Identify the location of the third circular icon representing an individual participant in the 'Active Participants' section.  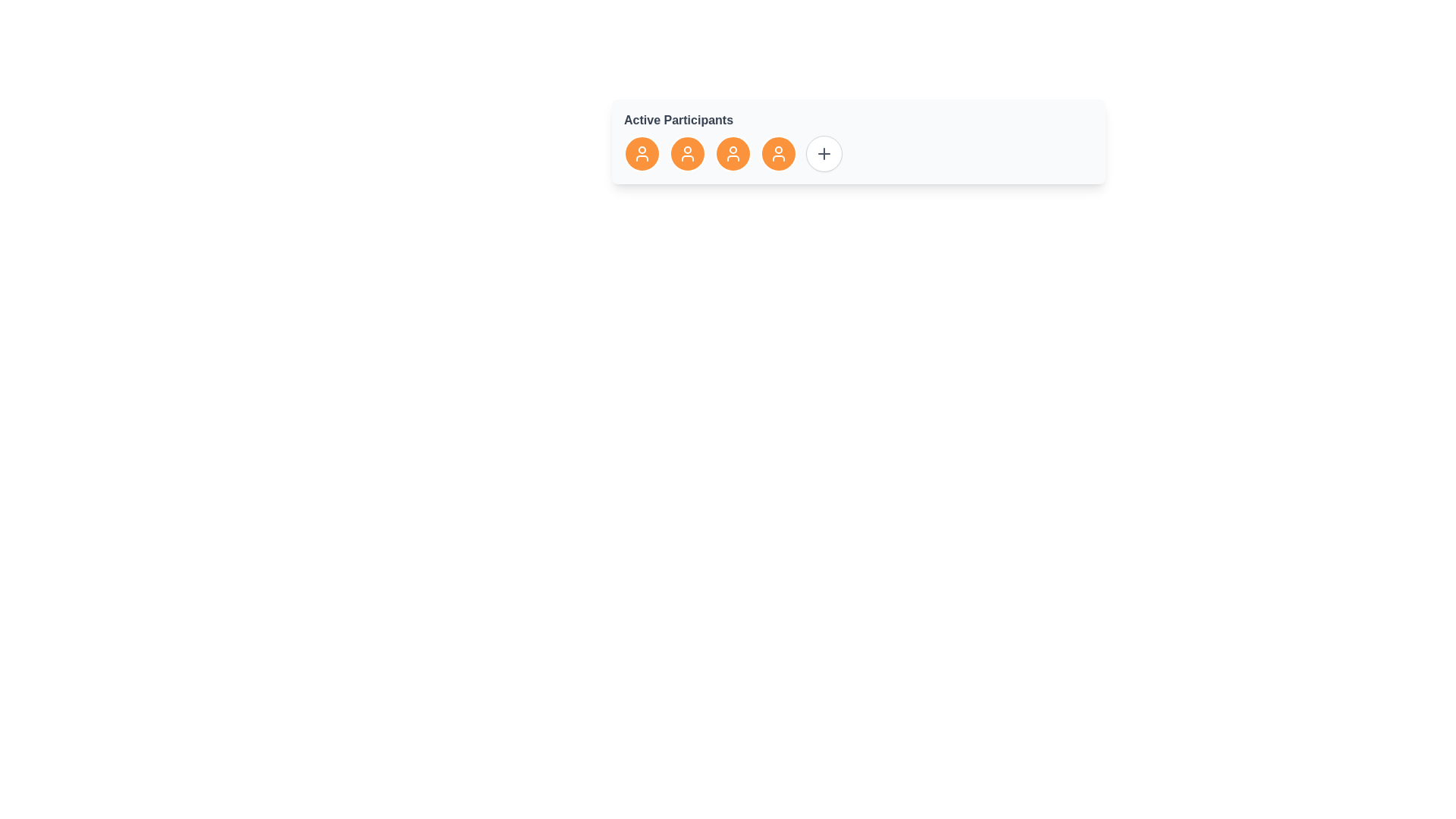
(733, 154).